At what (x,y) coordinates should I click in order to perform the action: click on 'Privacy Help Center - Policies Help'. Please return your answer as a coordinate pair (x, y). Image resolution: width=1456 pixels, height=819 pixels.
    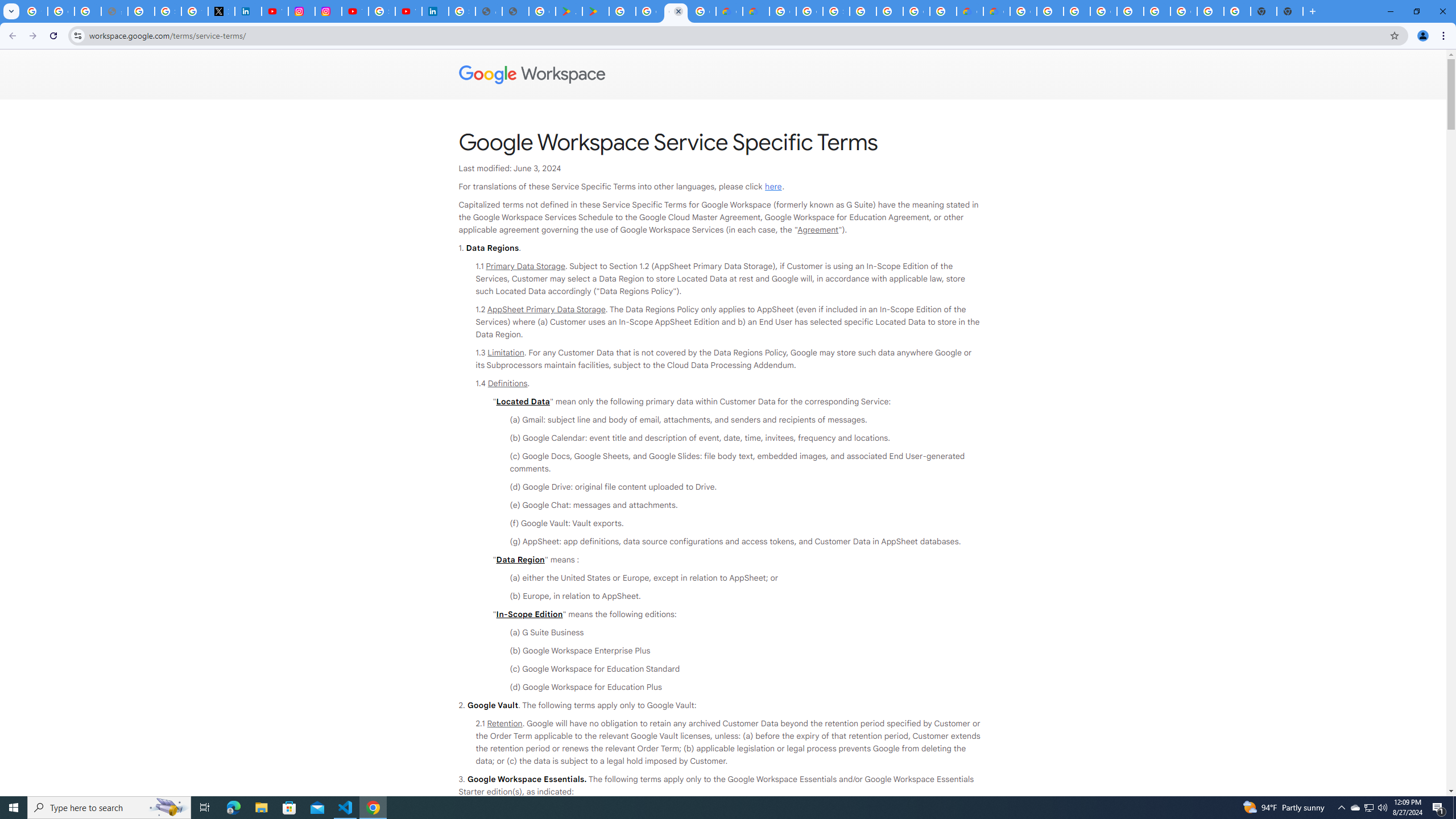
    Looking at the image, I should click on (141, 11).